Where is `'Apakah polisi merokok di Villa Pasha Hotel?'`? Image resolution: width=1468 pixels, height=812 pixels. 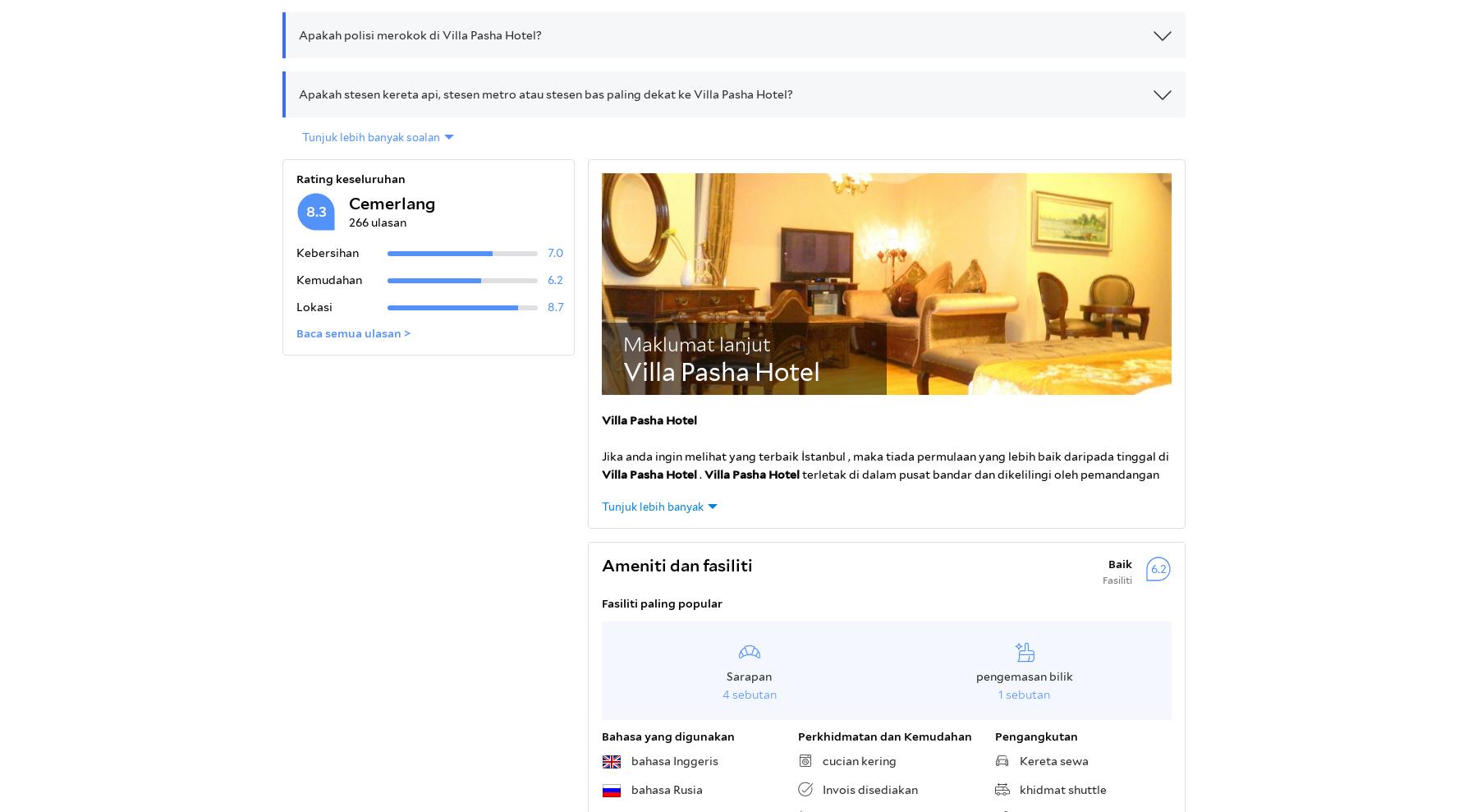
'Apakah polisi merokok di Villa Pasha Hotel?' is located at coordinates (420, 34).